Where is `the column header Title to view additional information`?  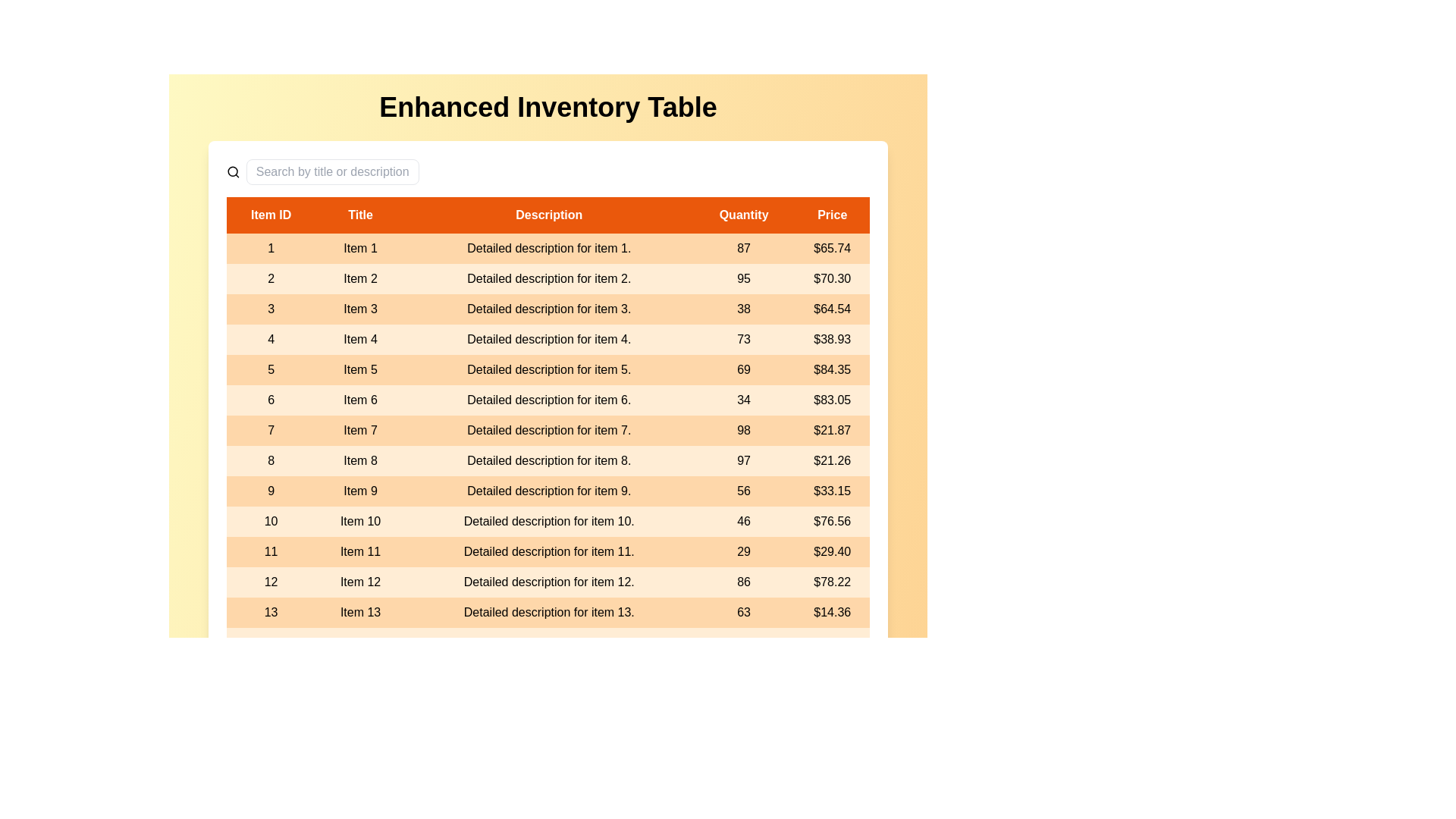
the column header Title to view additional information is located at coordinates (359, 215).